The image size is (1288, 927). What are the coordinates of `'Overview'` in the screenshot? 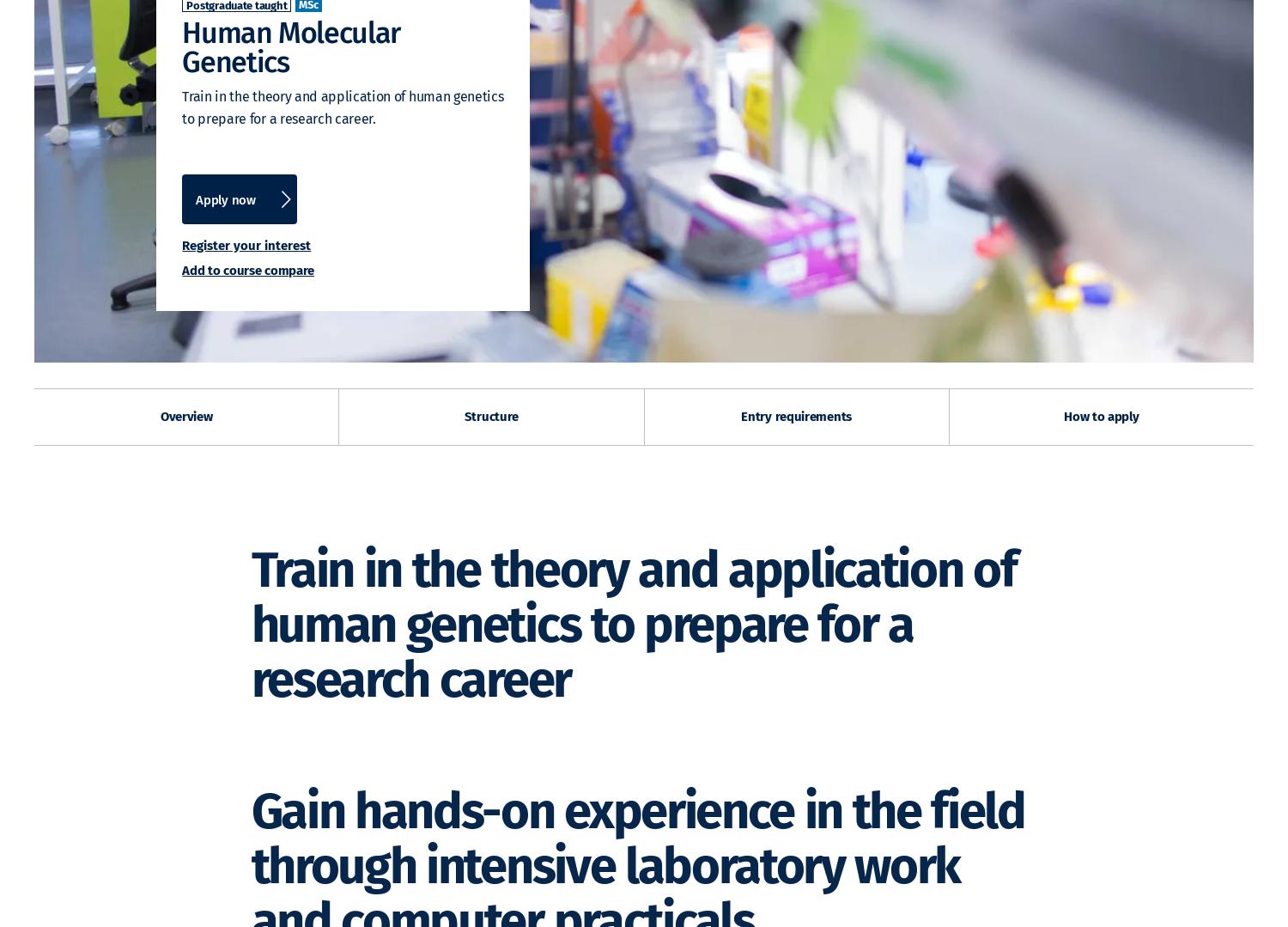 It's located at (185, 416).